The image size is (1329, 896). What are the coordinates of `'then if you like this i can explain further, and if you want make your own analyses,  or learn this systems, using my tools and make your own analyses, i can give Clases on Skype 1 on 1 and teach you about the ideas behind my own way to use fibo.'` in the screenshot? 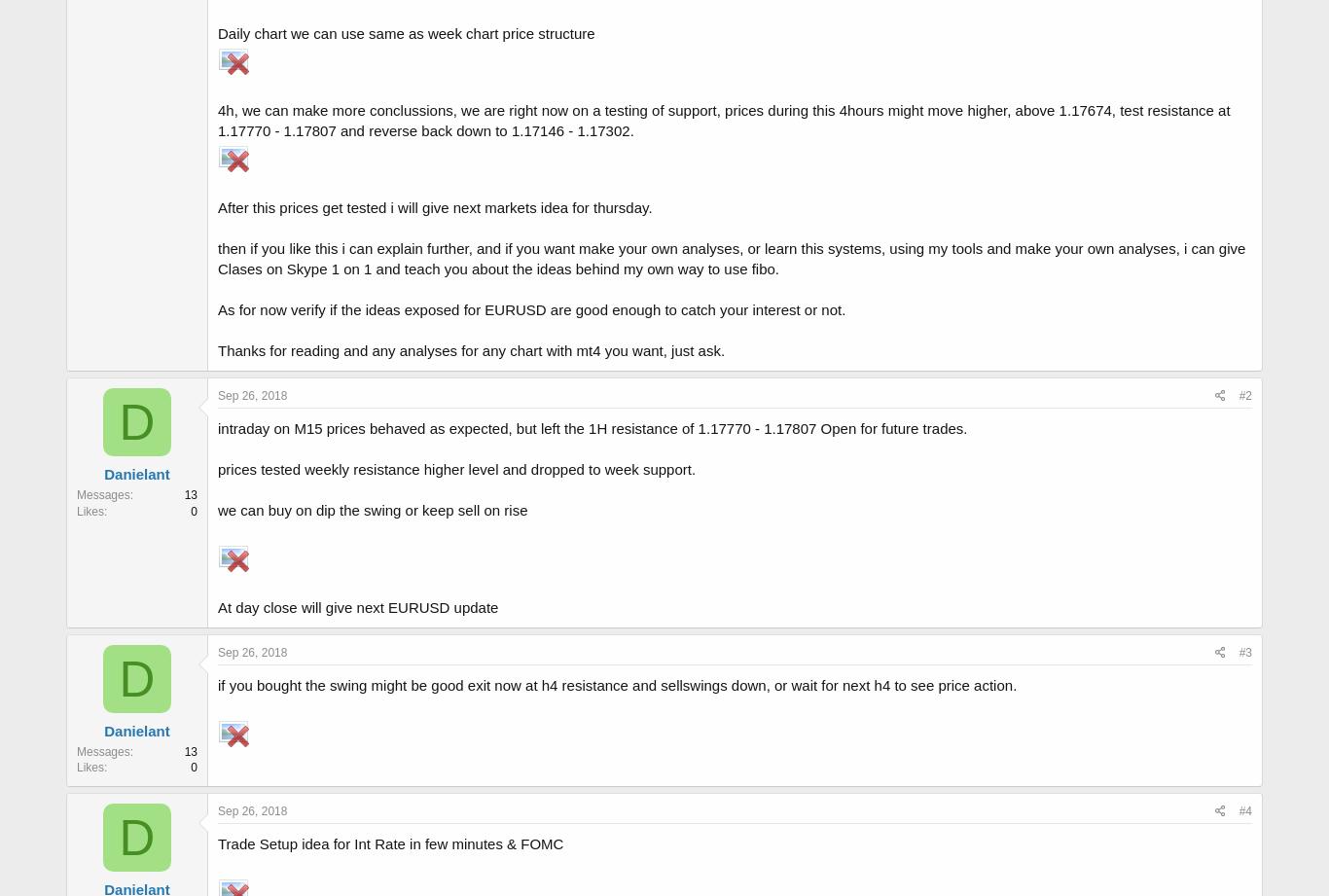 It's located at (731, 257).